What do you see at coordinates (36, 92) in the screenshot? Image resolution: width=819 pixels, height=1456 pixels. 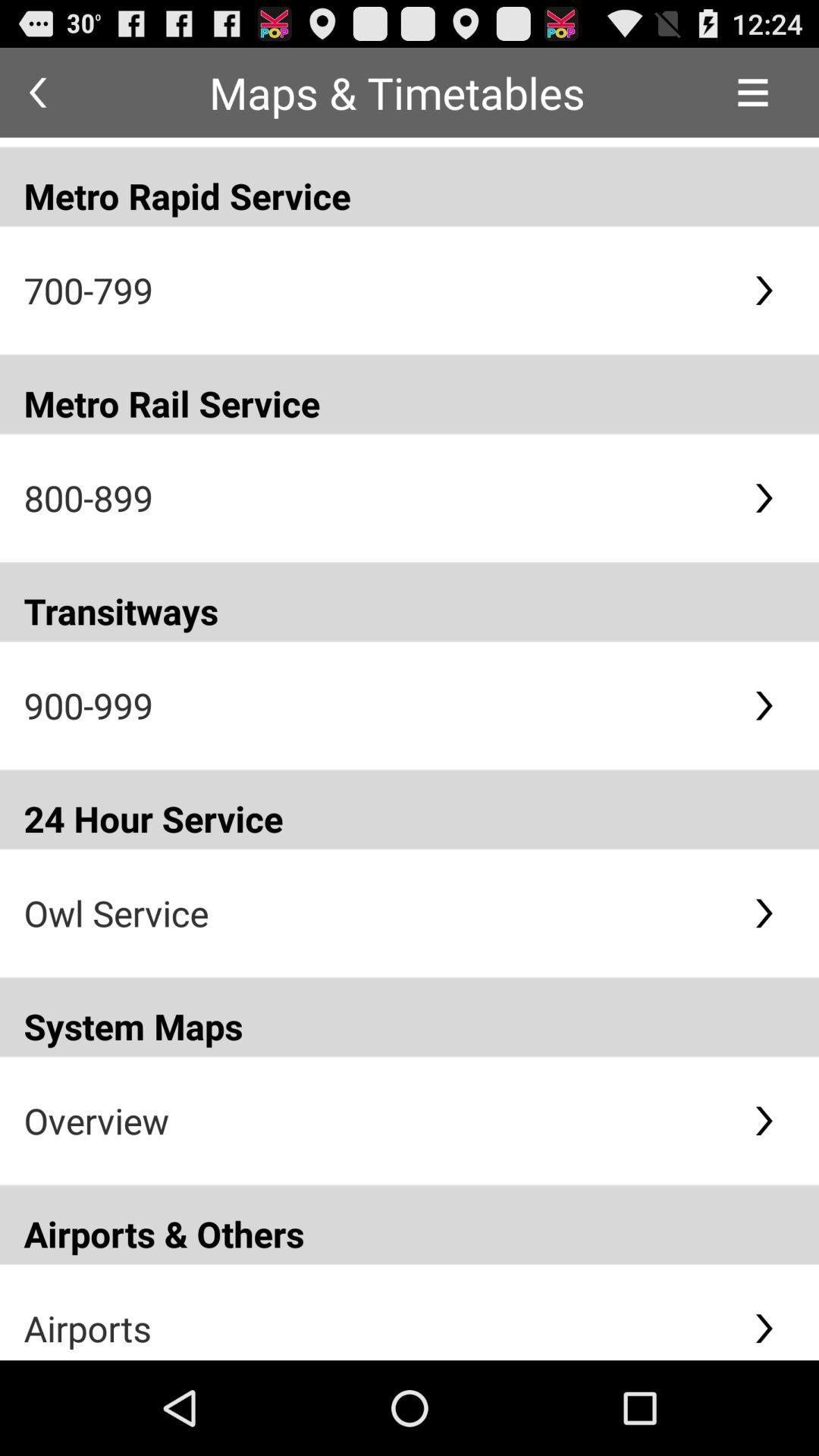 I see `item to the left of the maps & timetables` at bounding box center [36, 92].